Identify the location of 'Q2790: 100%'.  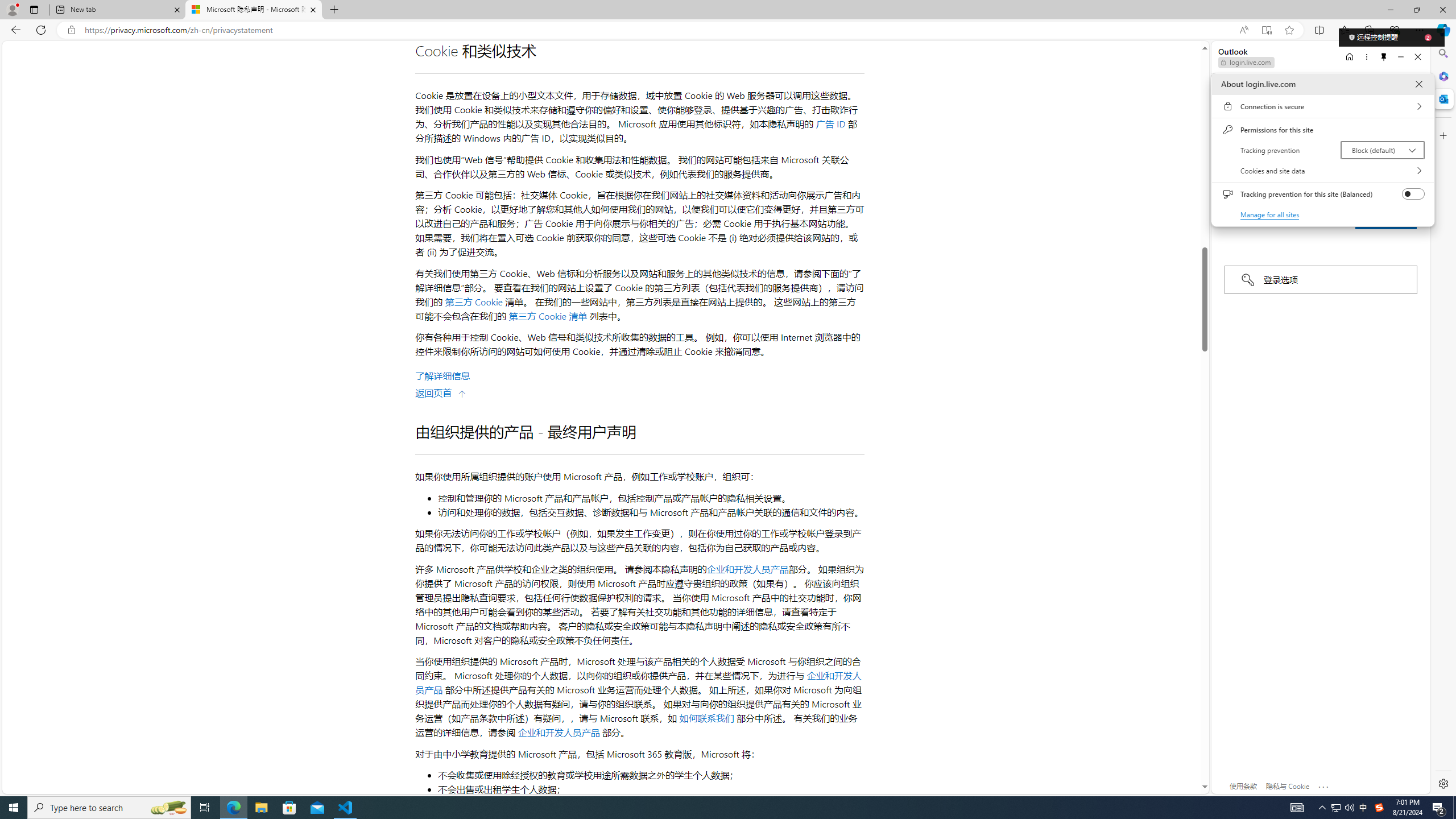
(1379, 806).